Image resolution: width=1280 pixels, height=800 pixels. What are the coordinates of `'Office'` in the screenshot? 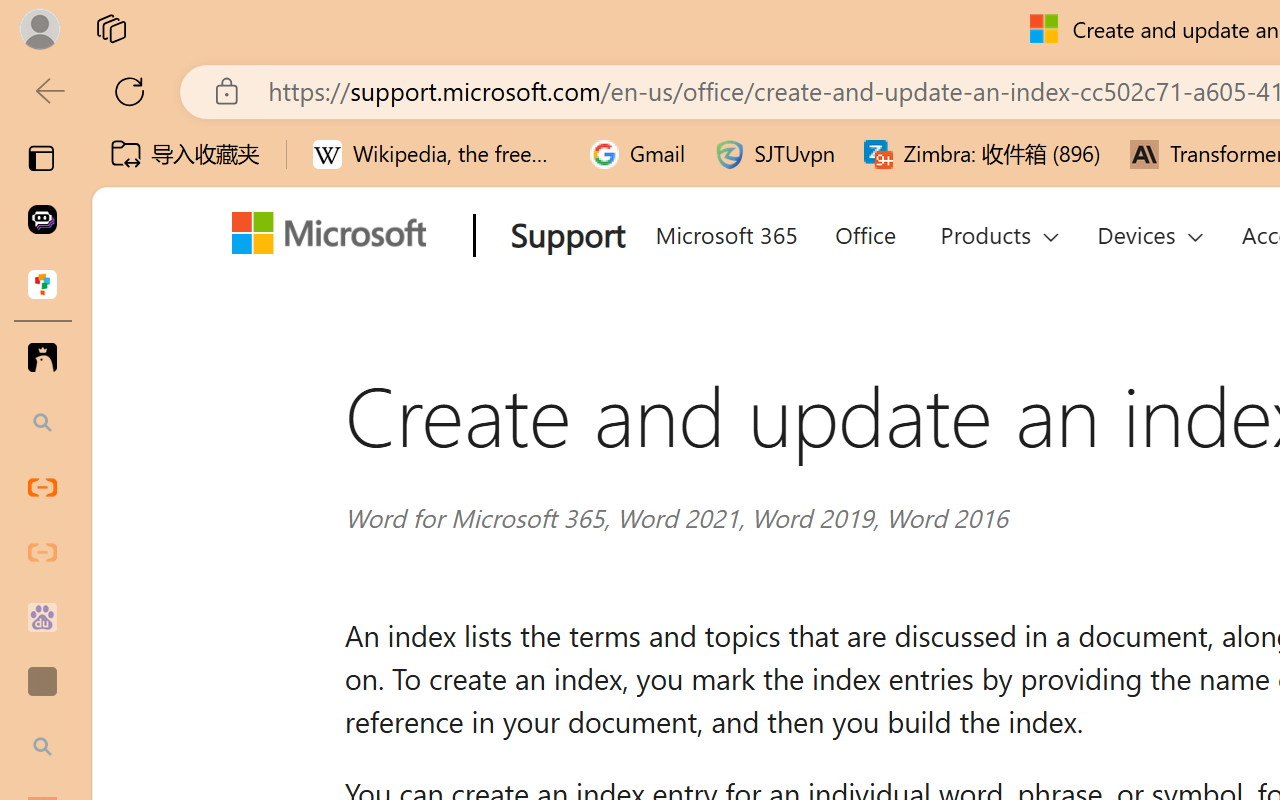 It's located at (864, 231).